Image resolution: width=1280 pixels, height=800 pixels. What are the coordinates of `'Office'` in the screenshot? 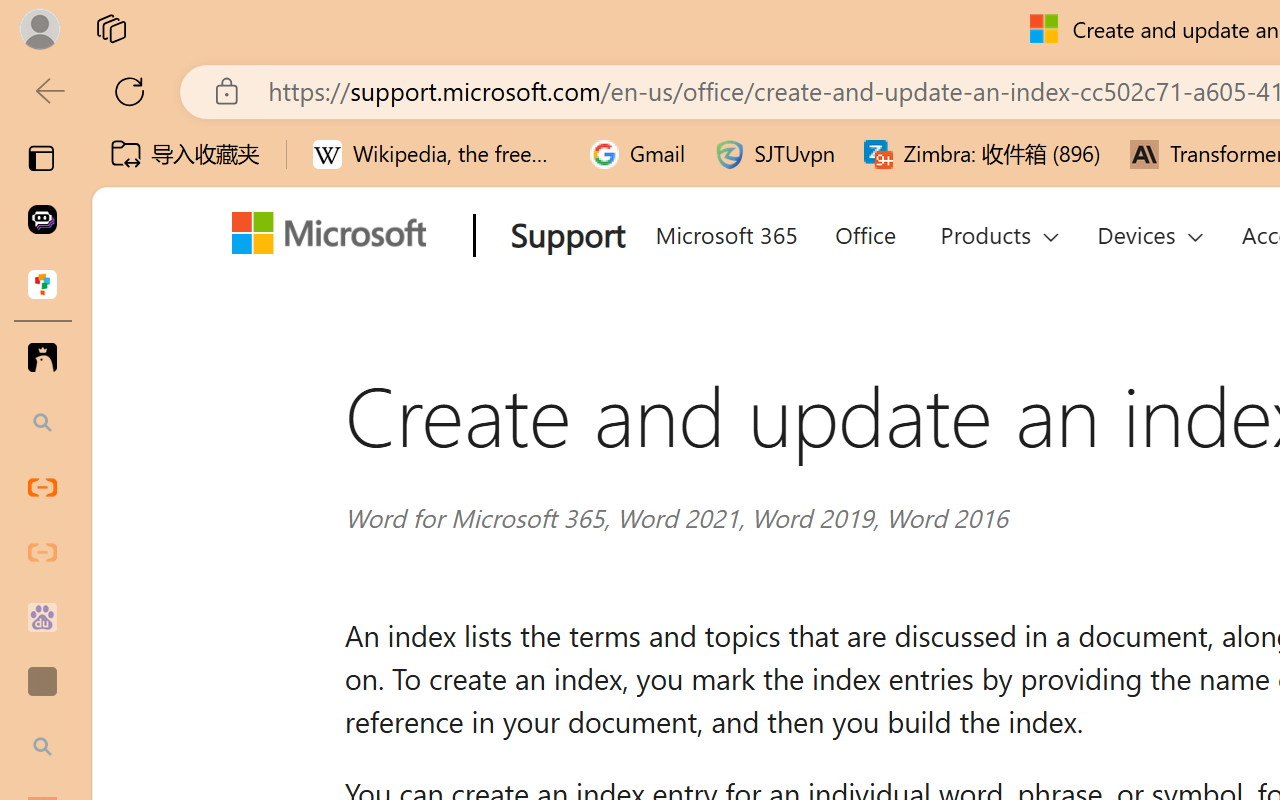 It's located at (864, 231).